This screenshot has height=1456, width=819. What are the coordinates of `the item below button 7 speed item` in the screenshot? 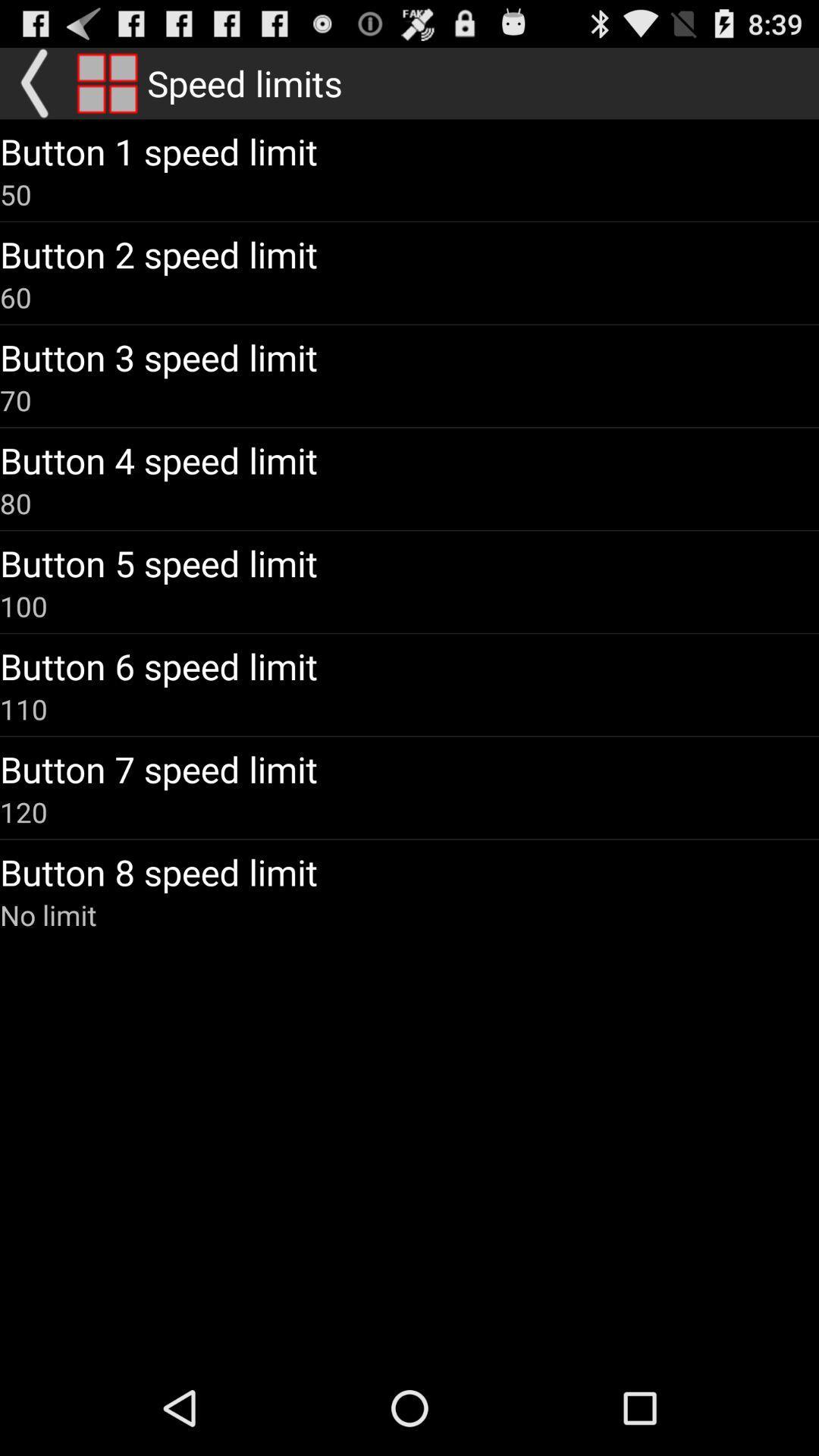 It's located at (24, 811).